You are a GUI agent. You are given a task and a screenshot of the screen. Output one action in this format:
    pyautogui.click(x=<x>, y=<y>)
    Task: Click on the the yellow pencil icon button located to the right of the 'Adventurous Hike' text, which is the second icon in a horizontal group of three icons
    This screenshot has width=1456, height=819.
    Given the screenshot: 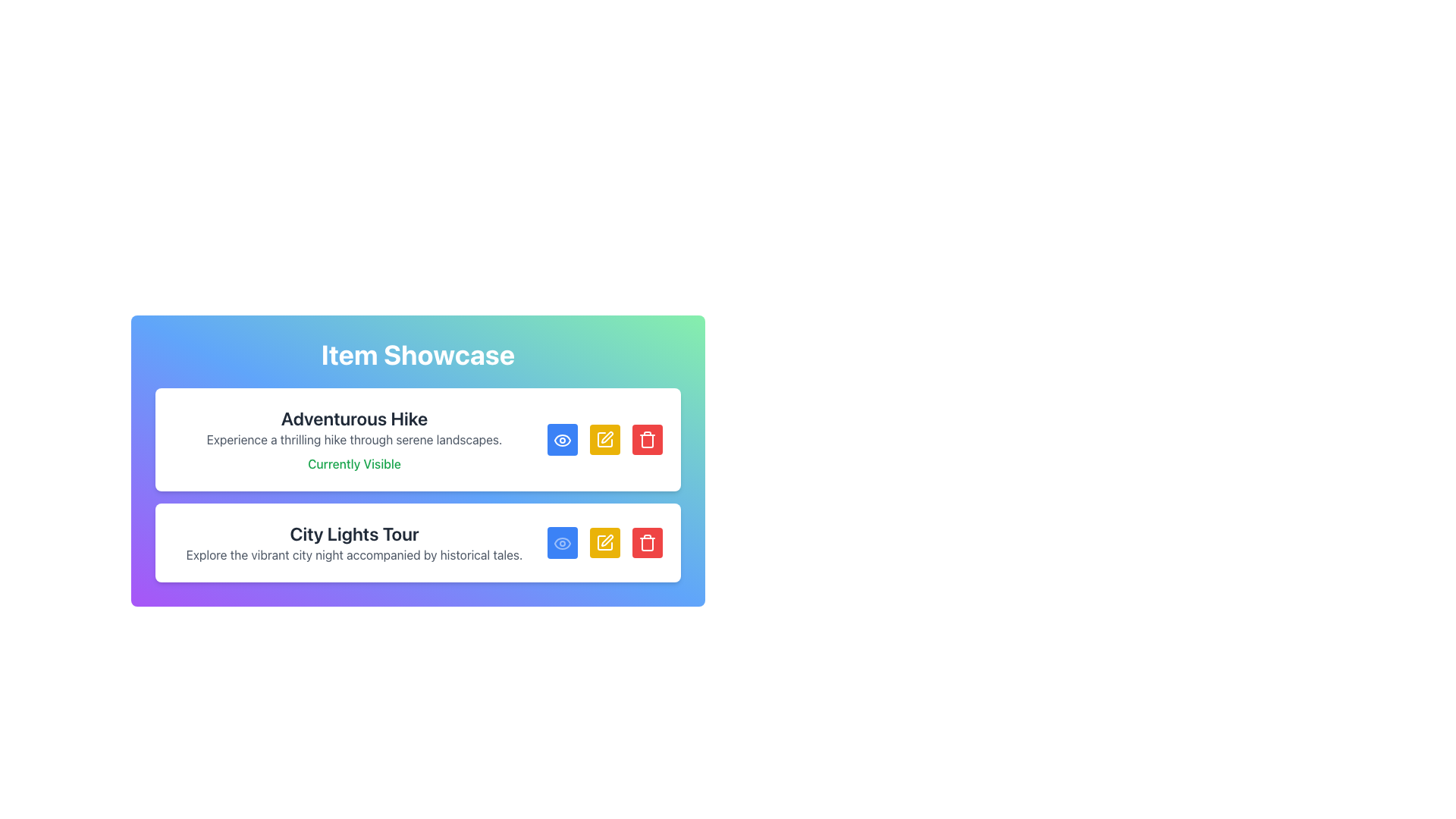 What is the action you would take?
    pyautogui.click(x=604, y=439)
    